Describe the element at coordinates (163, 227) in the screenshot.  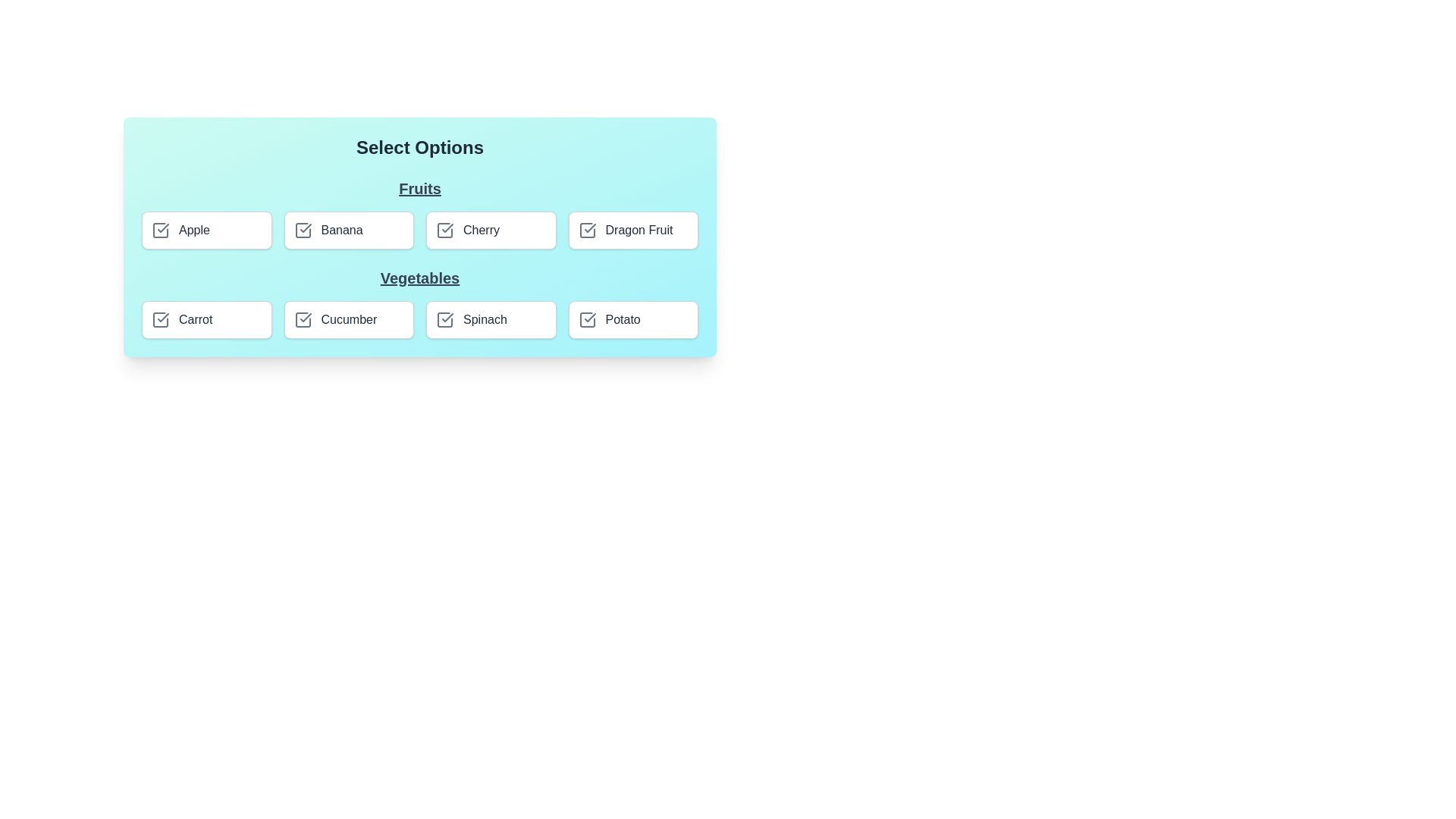
I see `the checkmark icon within the Apple checkbox in the Fruits section, which is styled with thin strokes and a gray color scheme` at that location.